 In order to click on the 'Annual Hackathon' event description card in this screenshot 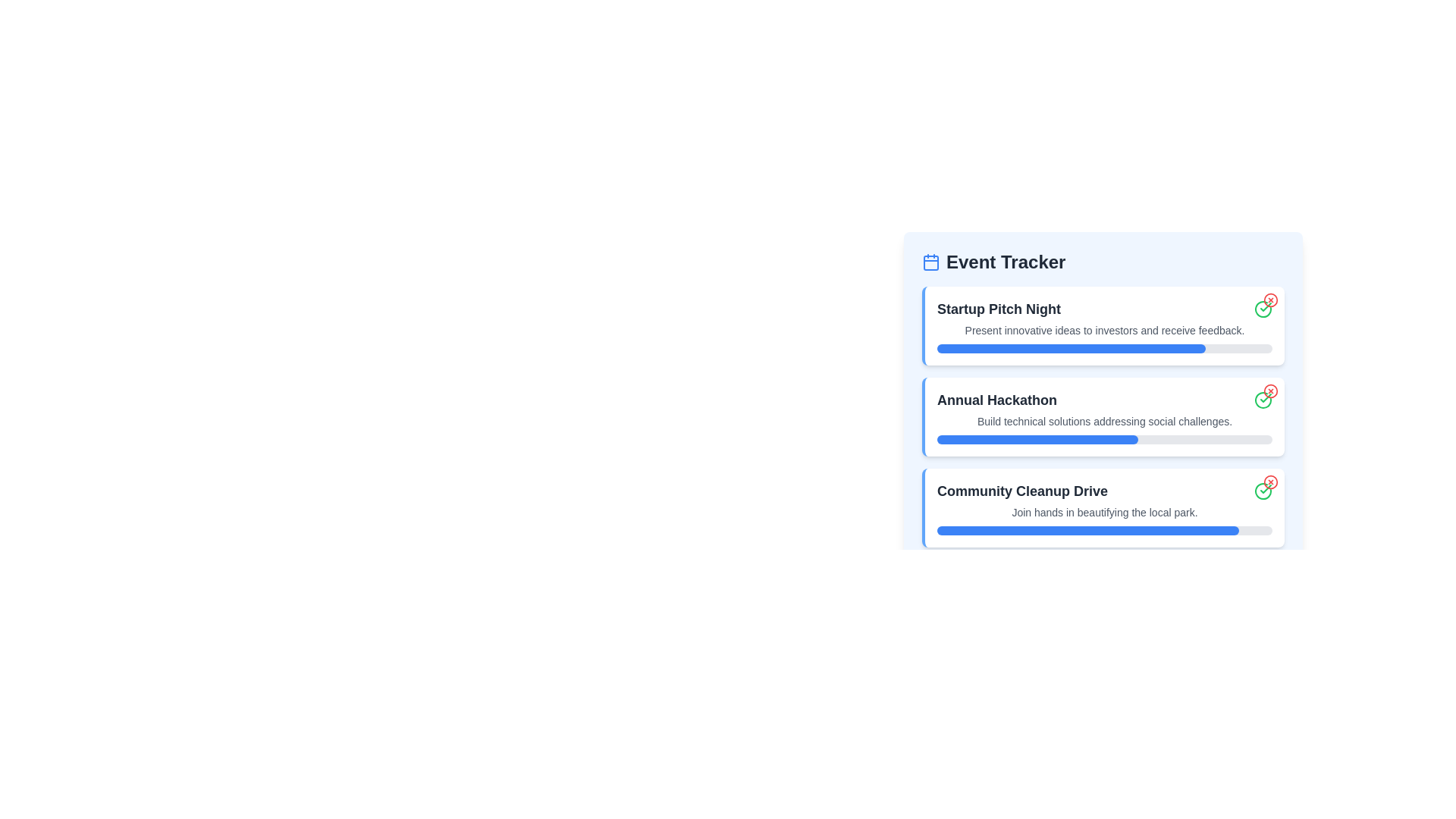, I will do `click(1103, 381)`.